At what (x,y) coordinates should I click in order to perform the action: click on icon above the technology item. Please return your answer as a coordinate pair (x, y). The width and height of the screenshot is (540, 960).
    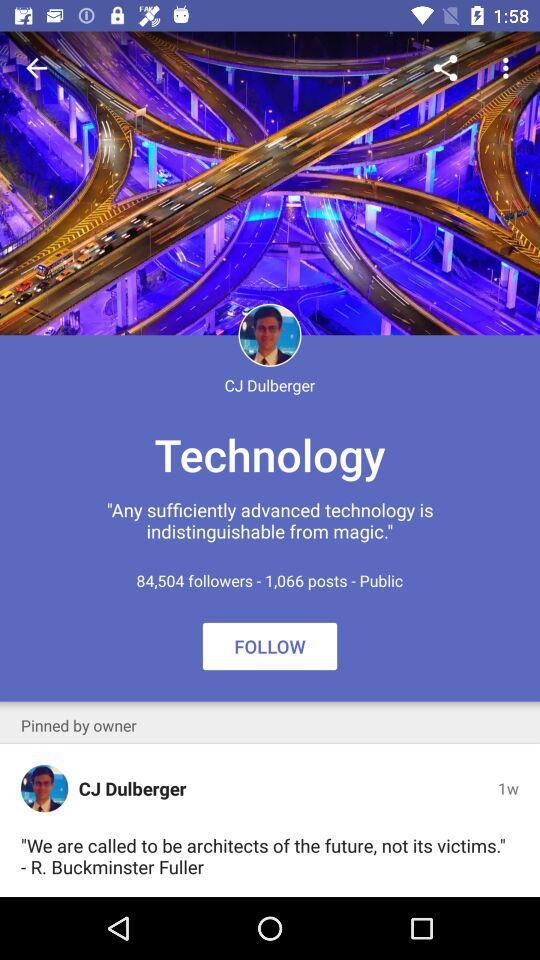
    Looking at the image, I should click on (445, 68).